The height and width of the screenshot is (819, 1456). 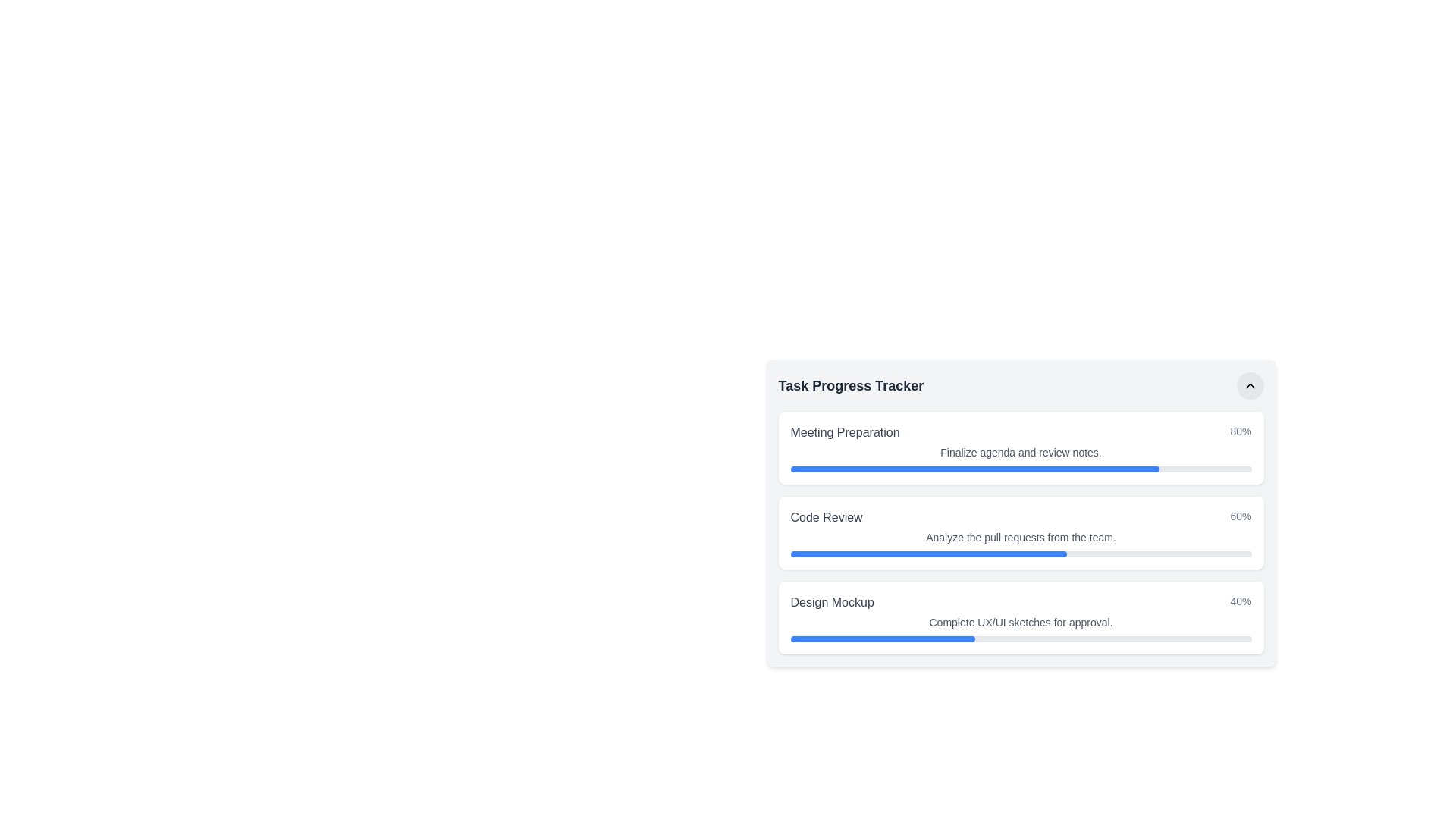 I want to click on the 'Design Mockup' label indicating the task title in the task tracker interface, so click(x=831, y=601).